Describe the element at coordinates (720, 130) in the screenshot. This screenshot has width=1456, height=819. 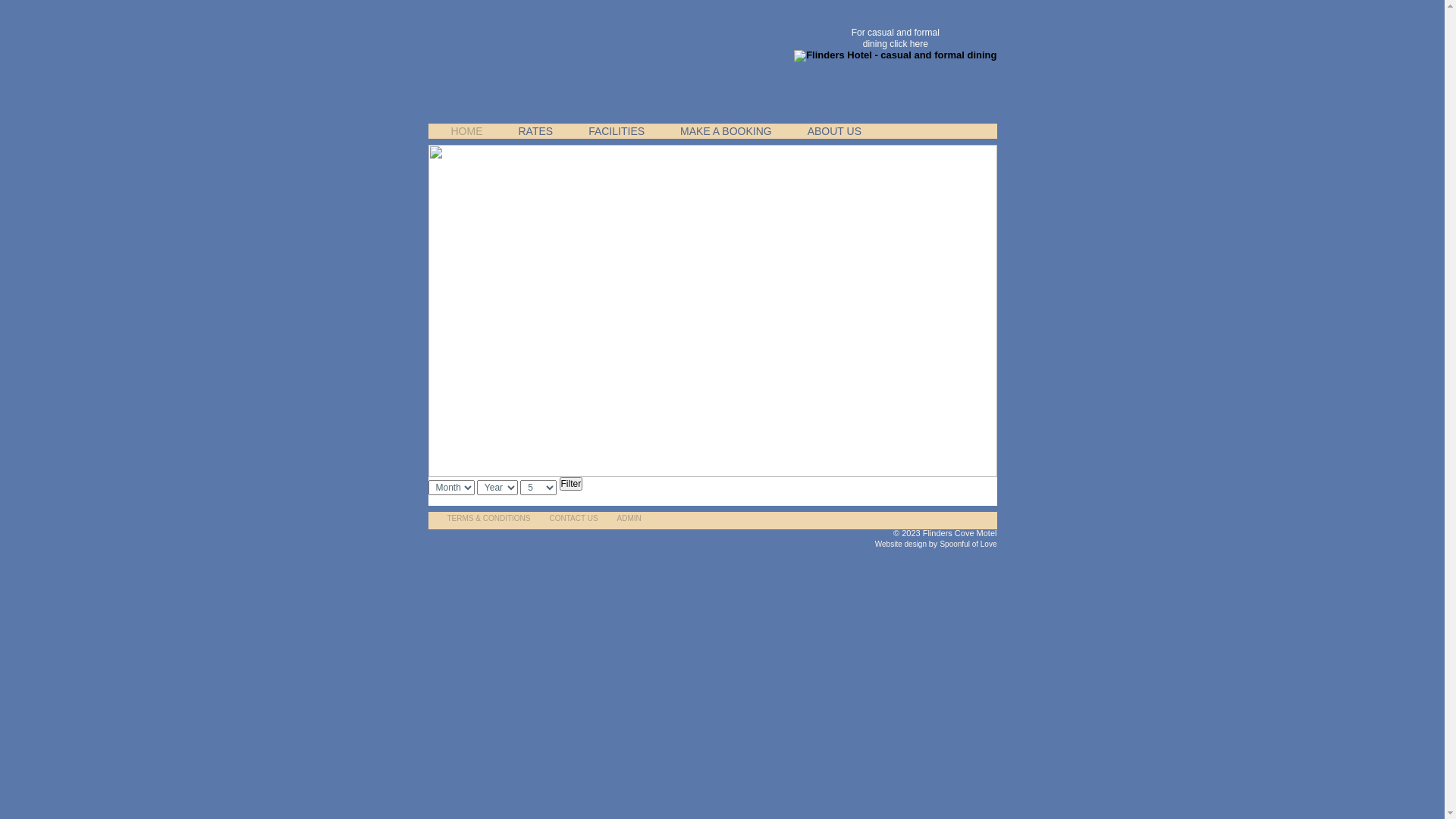
I see `'MAKE A BOOKING'` at that location.